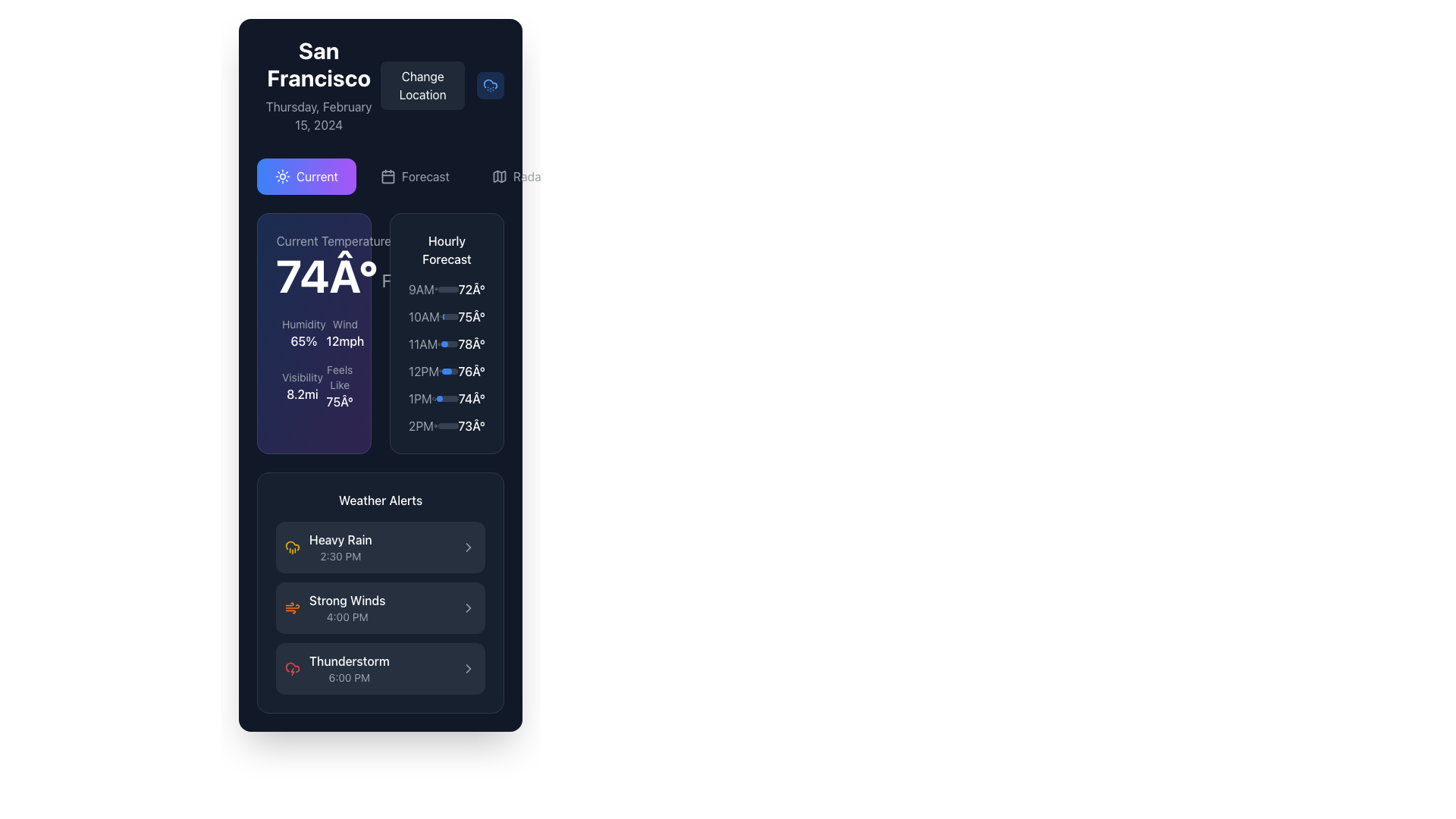 The image size is (1456, 819). I want to click on the weather alert icon located at the far left of the 'Alerts' group, which visually represents conditions involving a cloud and lightning, so click(595, 175).